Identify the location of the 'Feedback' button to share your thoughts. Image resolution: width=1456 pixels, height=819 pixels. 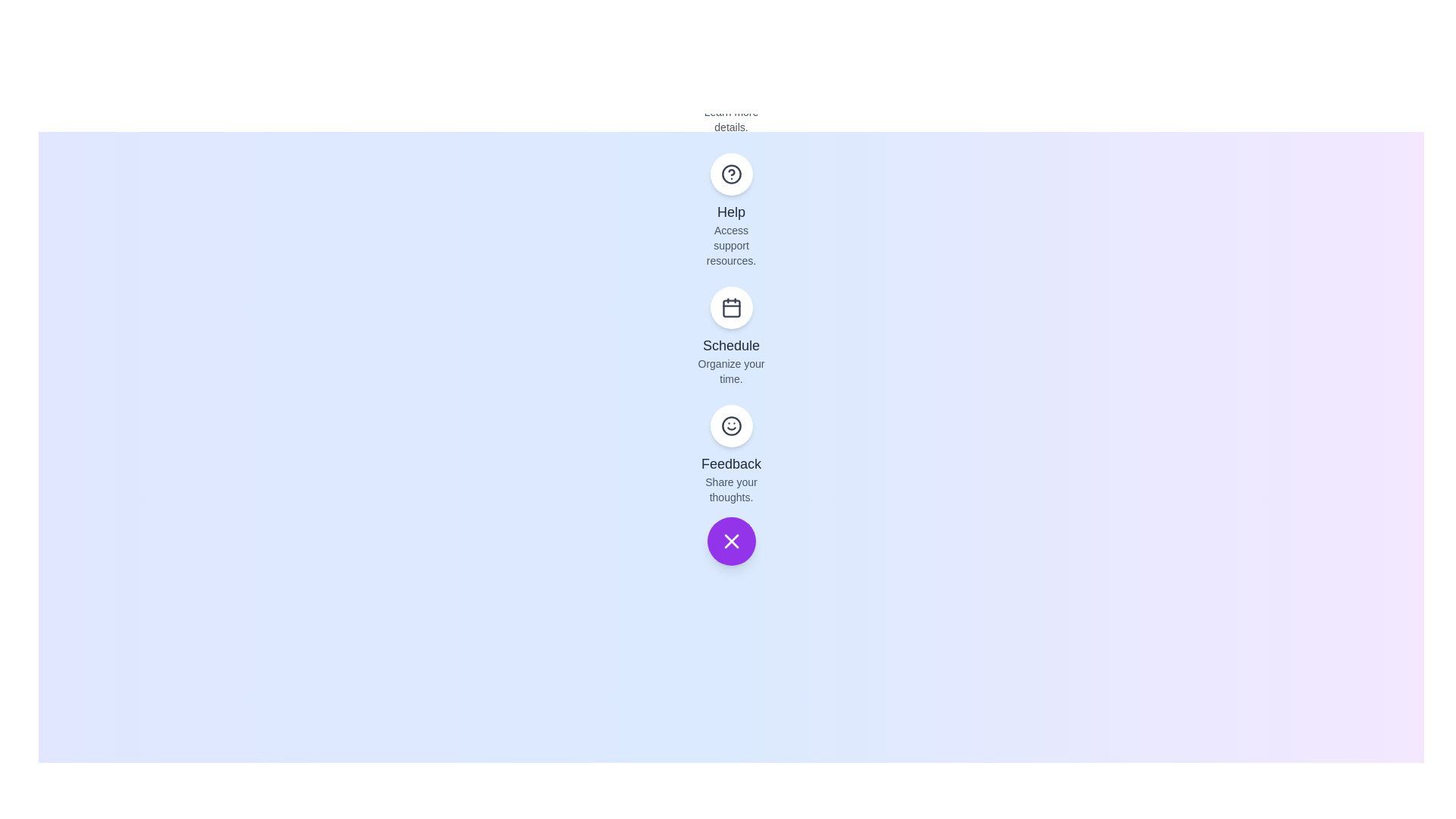
(731, 426).